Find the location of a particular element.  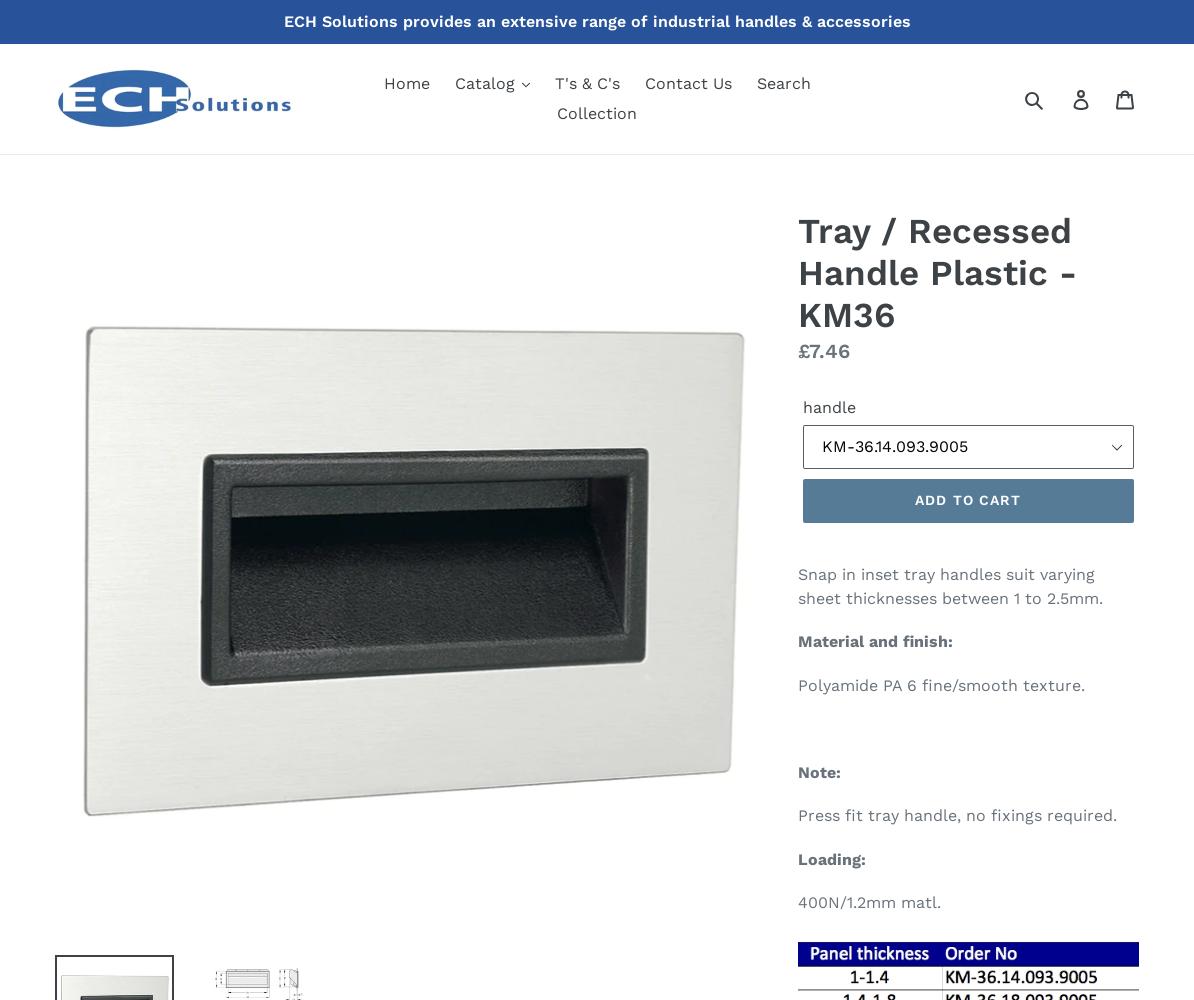

'400N/1.2mm matl.' is located at coordinates (868, 902).